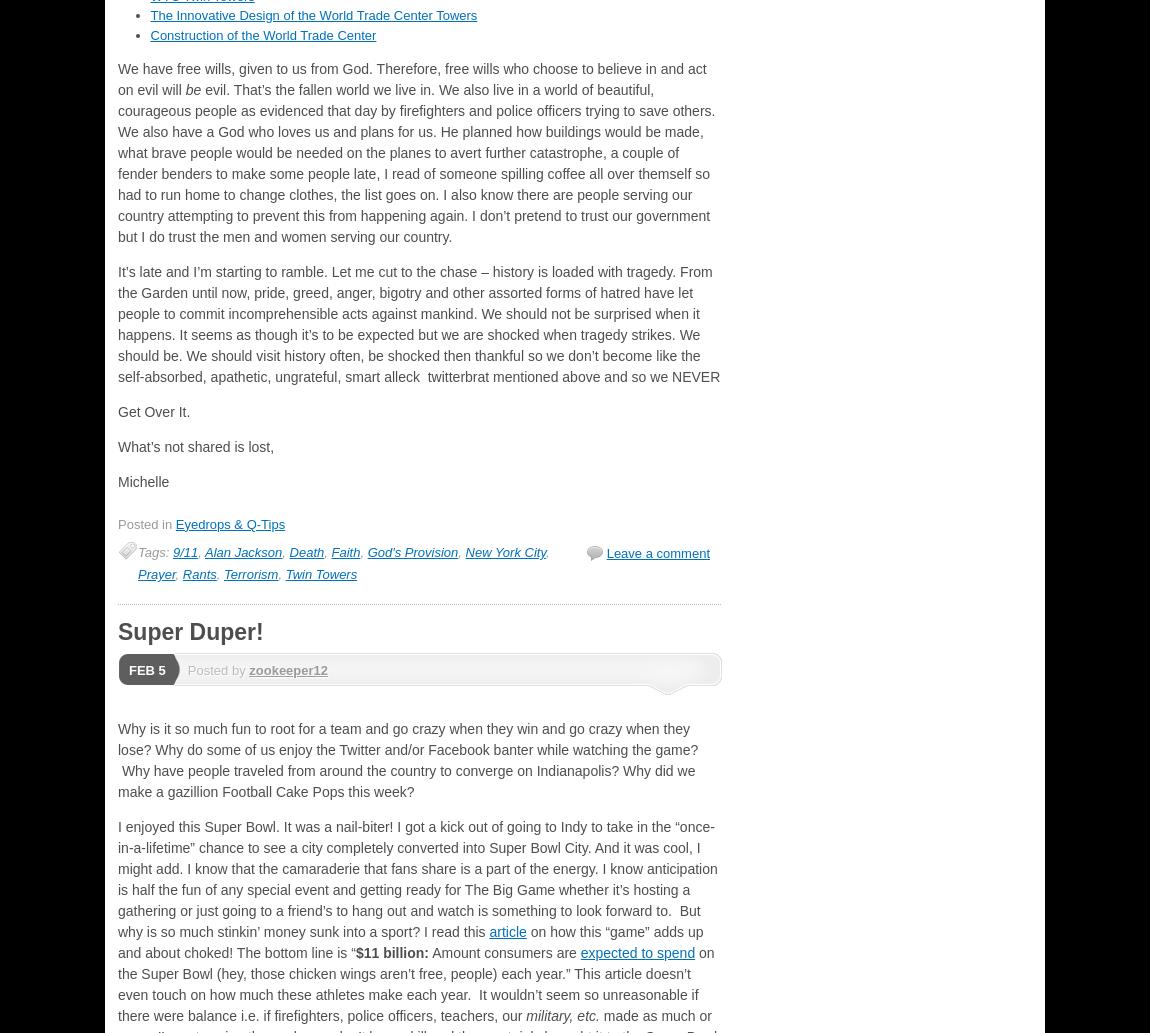 The width and height of the screenshot is (1150, 1033). Describe the element at coordinates (154, 551) in the screenshot. I see `'Tags:'` at that location.